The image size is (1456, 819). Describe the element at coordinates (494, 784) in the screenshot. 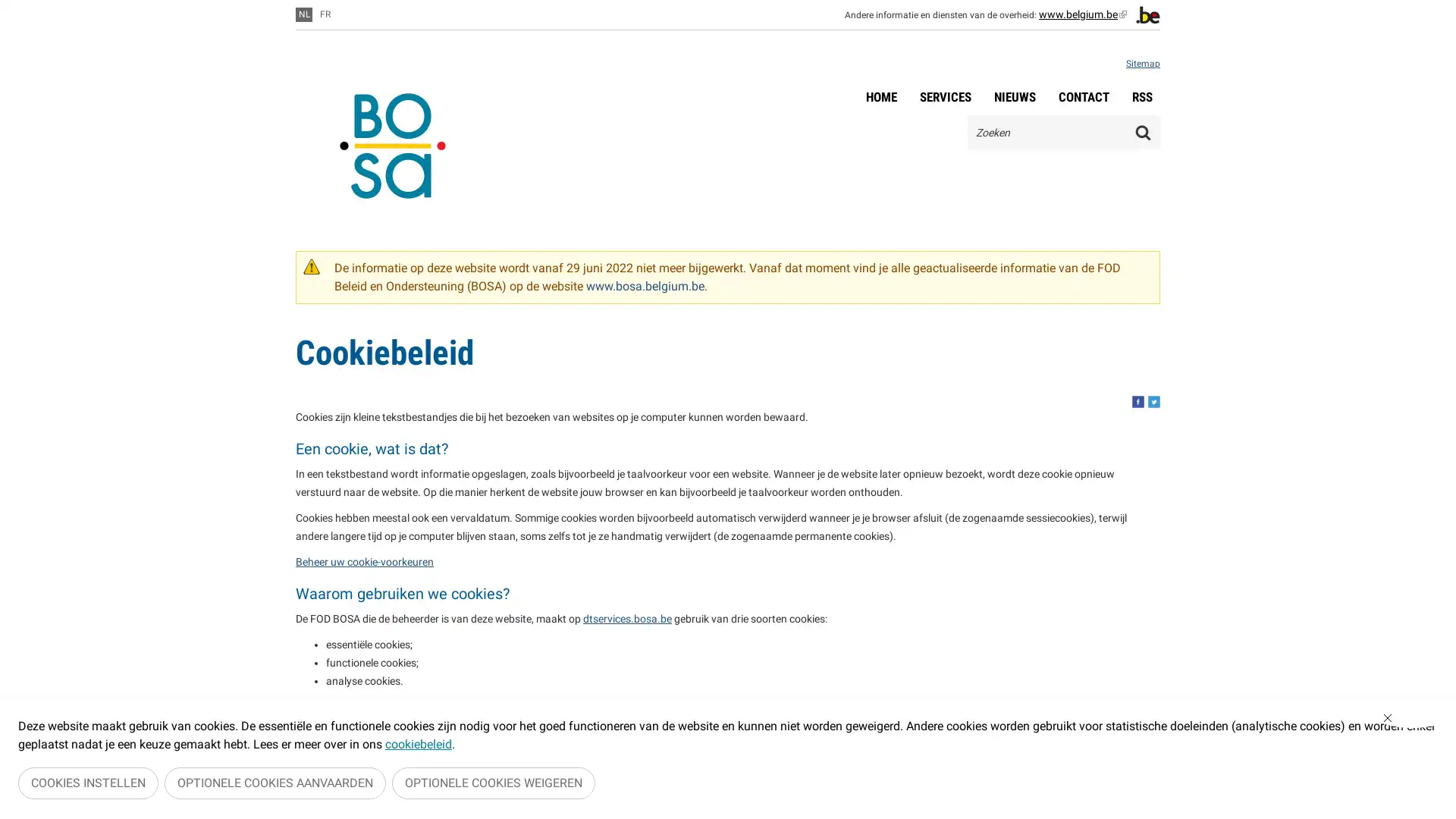

I see `OPTIONELE COOKIES WEIGEREN` at that location.